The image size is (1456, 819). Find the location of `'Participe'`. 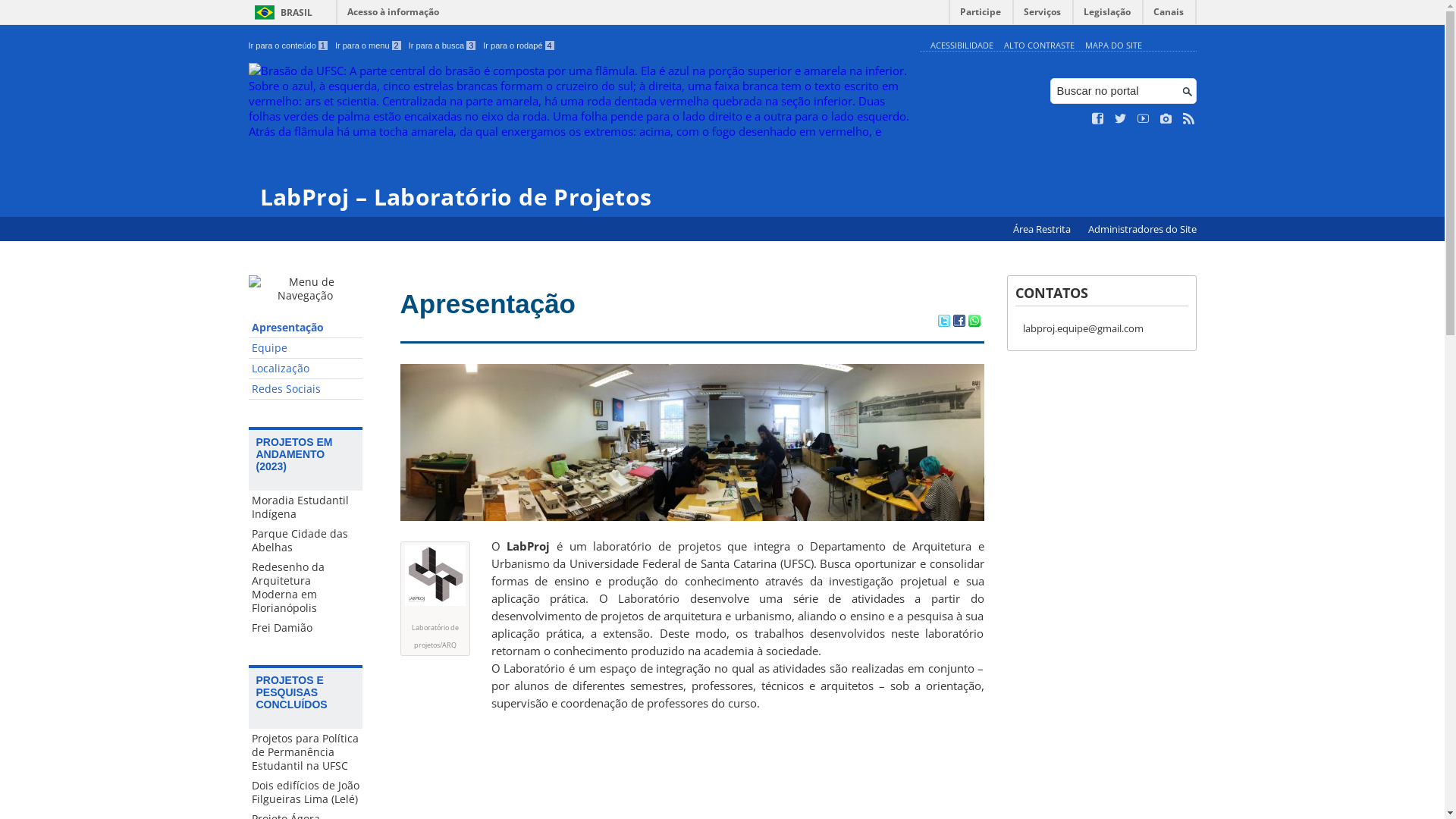

'Participe' is located at coordinates (980, 15).